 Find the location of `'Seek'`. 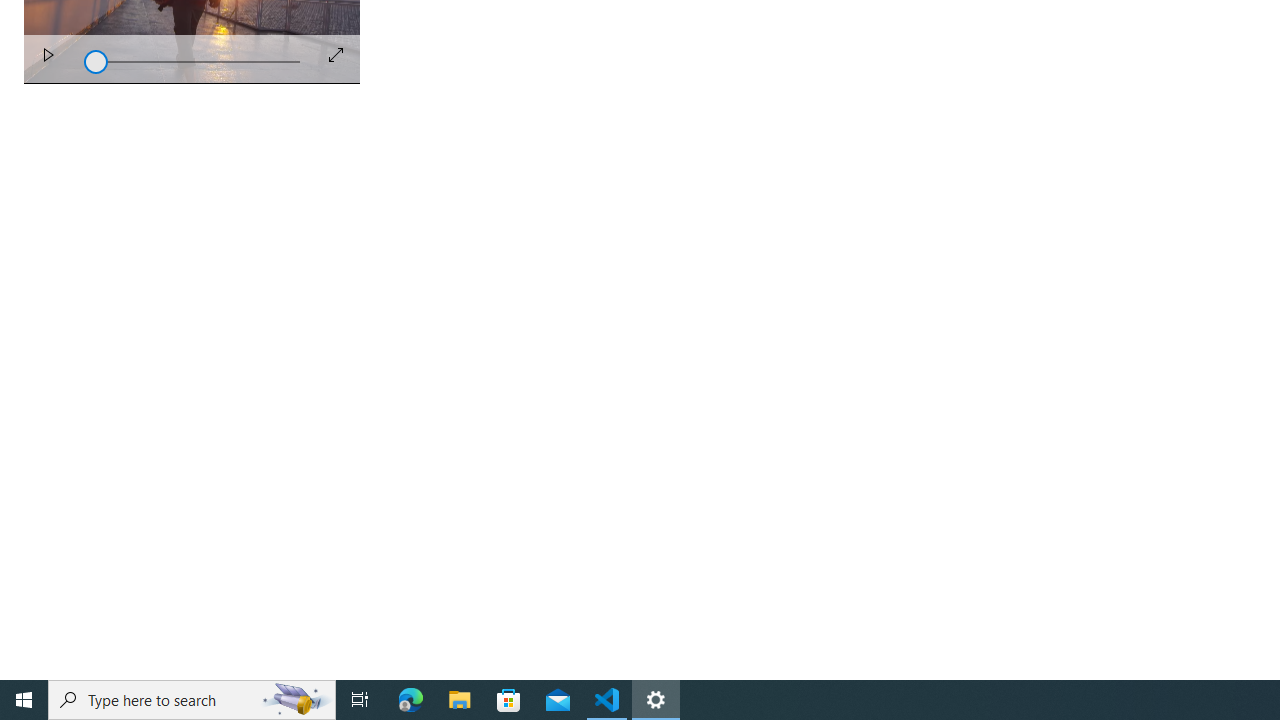

'Seek' is located at coordinates (192, 58).